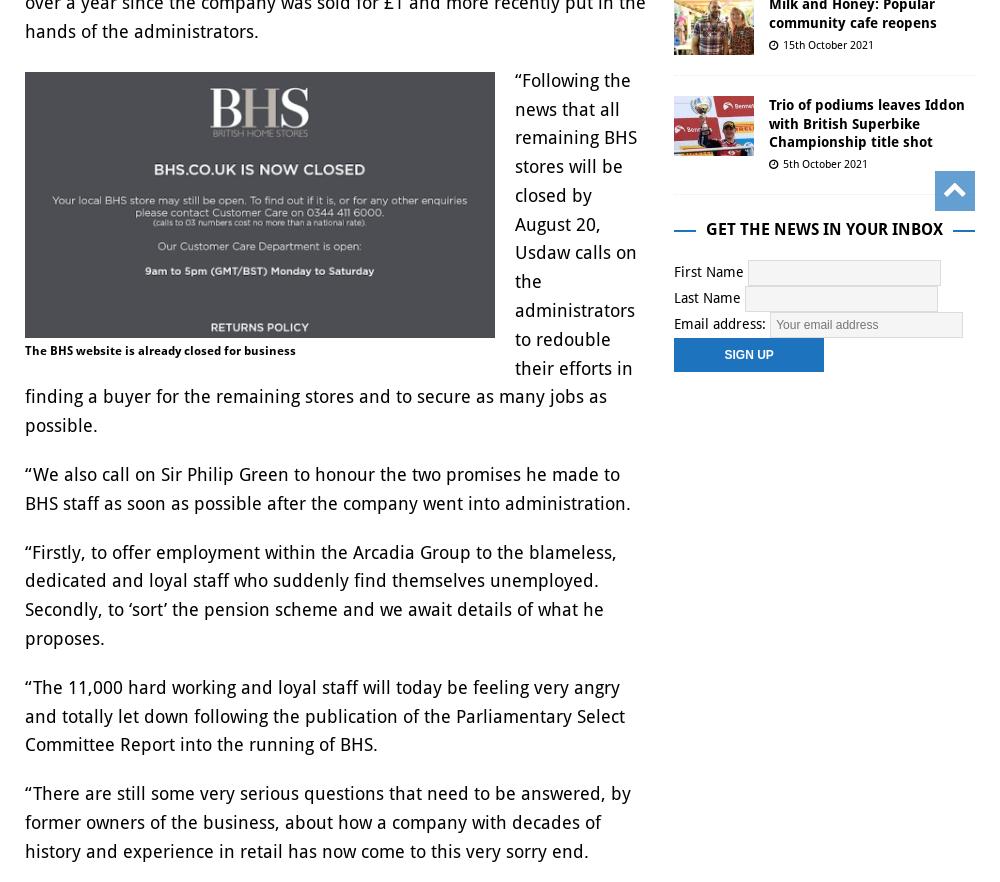  Describe the element at coordinates (721, 323) in the screenshot. I see `'Email address:'` at that location.